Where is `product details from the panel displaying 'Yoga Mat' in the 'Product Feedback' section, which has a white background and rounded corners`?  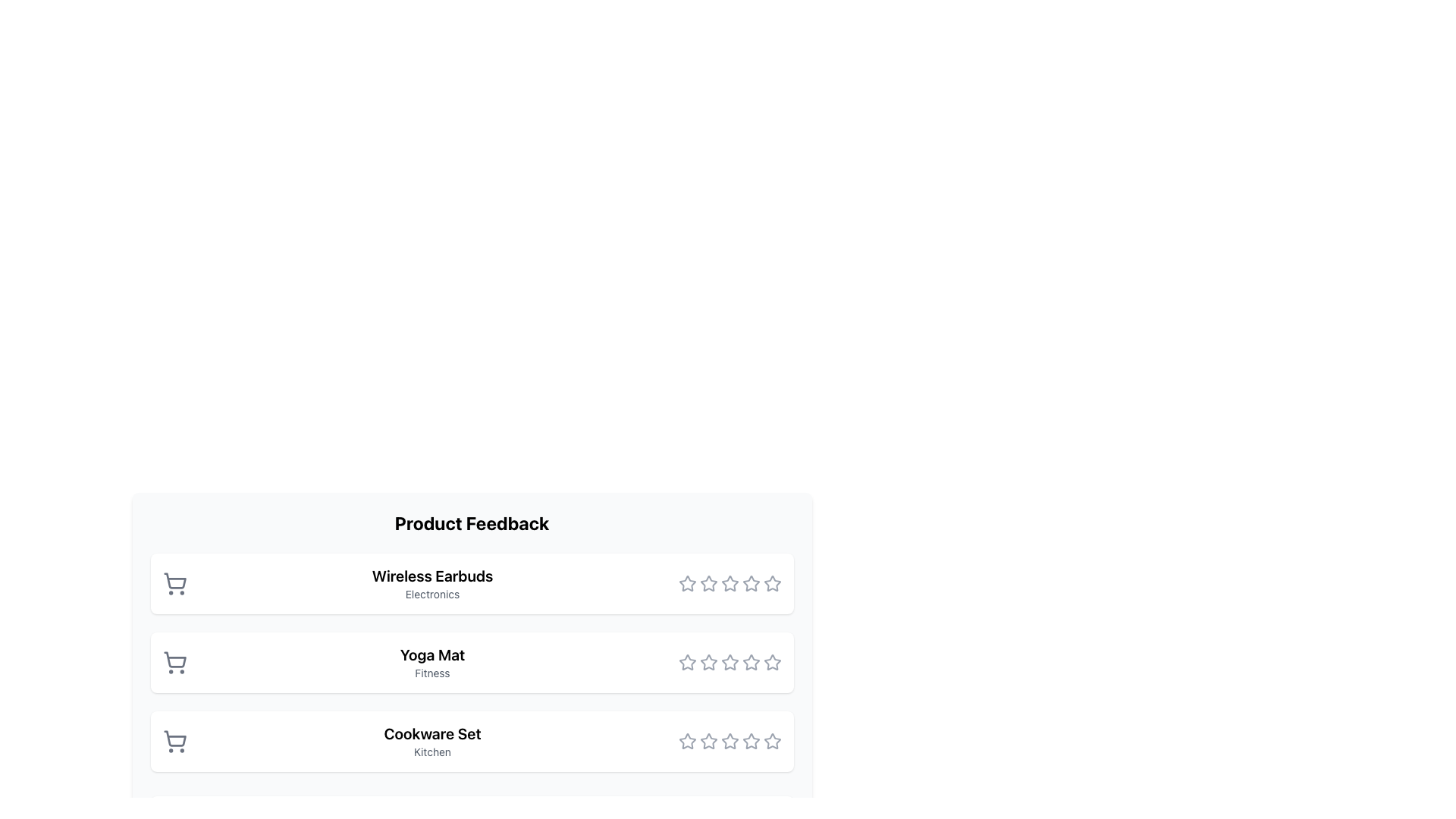 product details from the panel displaying 'Yoga Mat' in the 'Product Feedback' section, which has a white background and rounded corners is located at coordinates (471, 662).